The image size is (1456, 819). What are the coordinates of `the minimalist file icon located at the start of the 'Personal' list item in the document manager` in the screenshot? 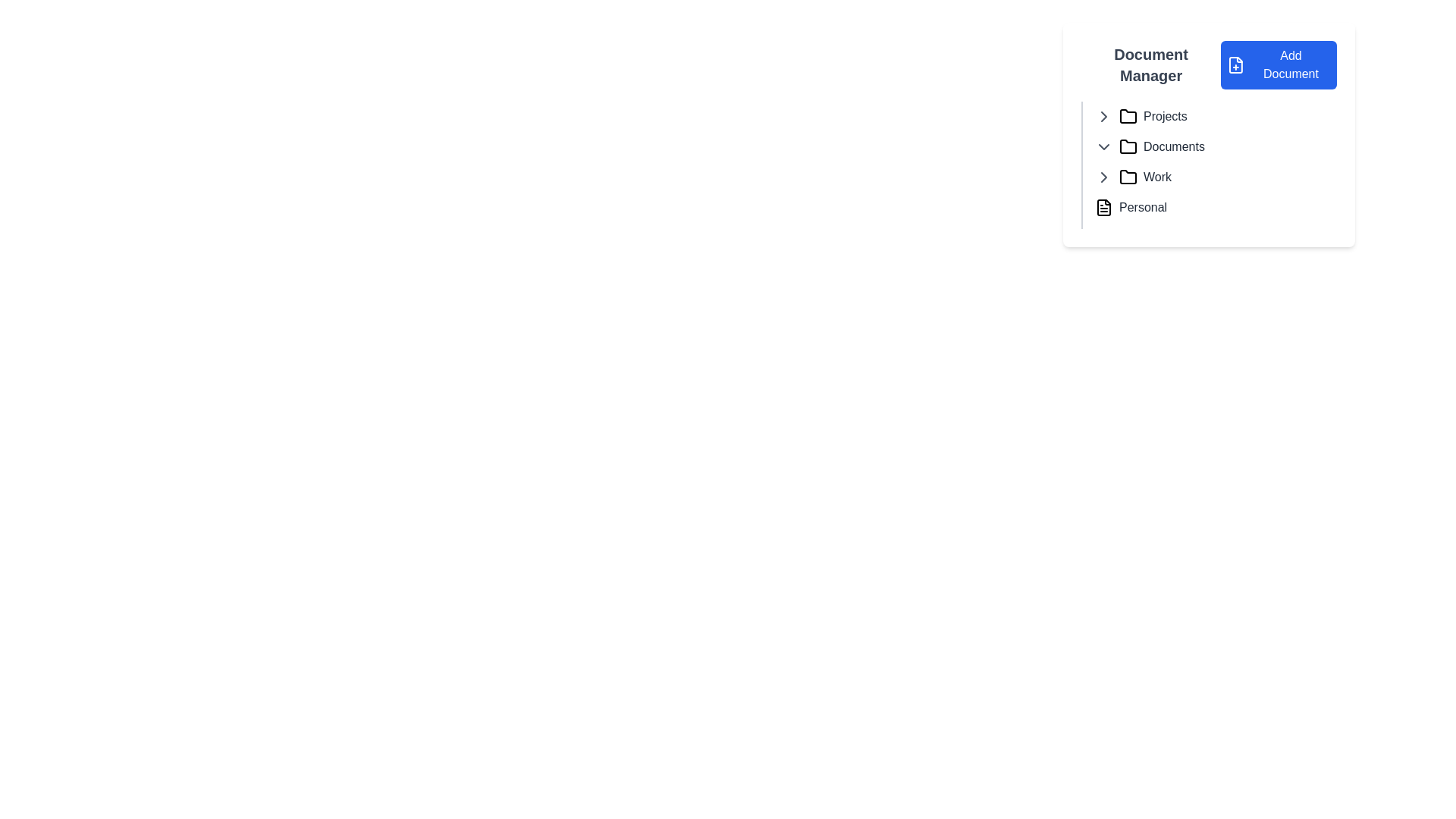 It's located at (1103, 207).